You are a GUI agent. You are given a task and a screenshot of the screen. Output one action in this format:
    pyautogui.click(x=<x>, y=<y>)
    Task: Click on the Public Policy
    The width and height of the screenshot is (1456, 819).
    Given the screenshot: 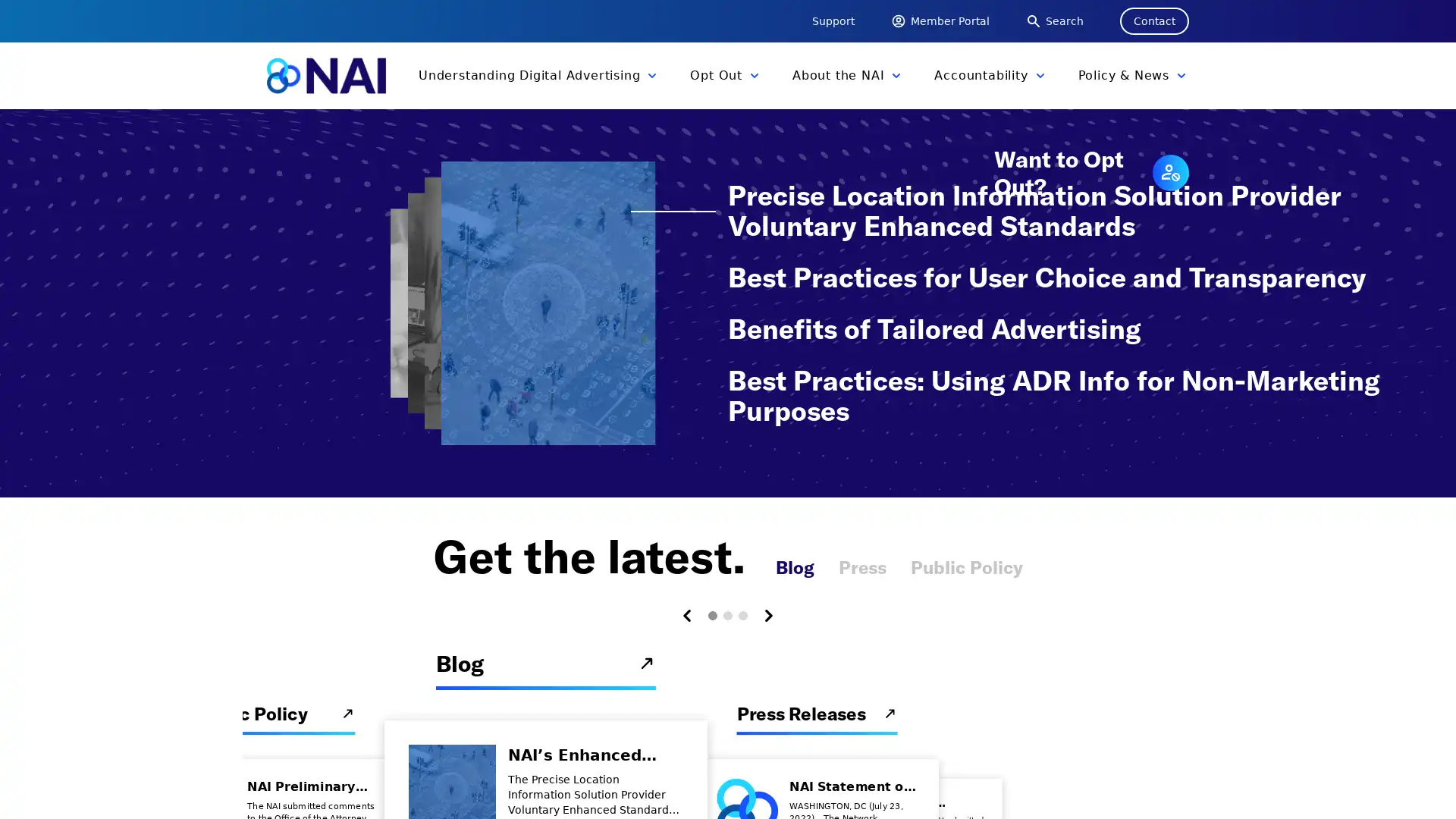 What is the action you would take?
    pyautogui.click(x=965, y=567)
    